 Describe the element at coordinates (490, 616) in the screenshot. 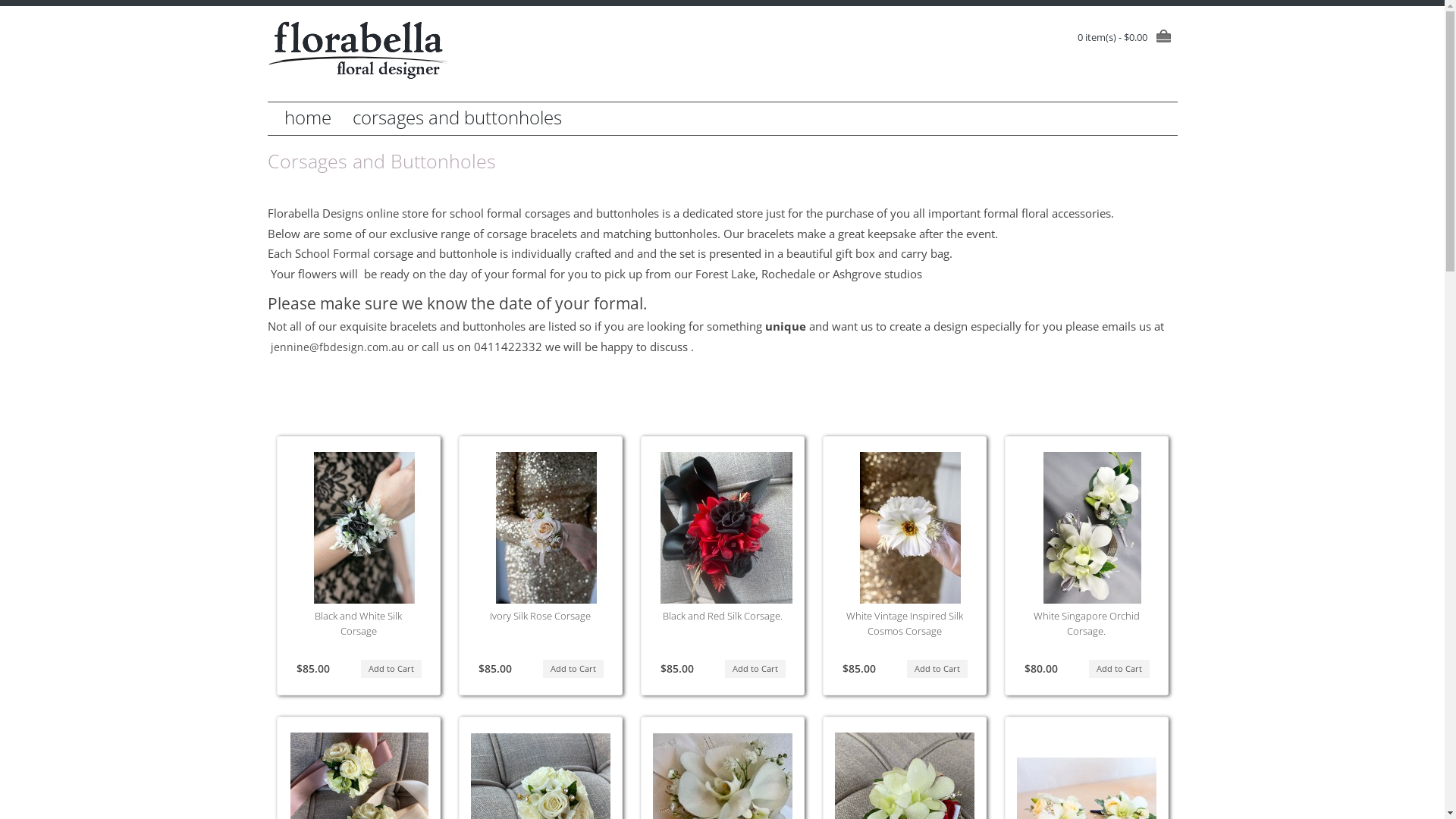

I see `'Ivory Silk Rose Corsage'` at that location.